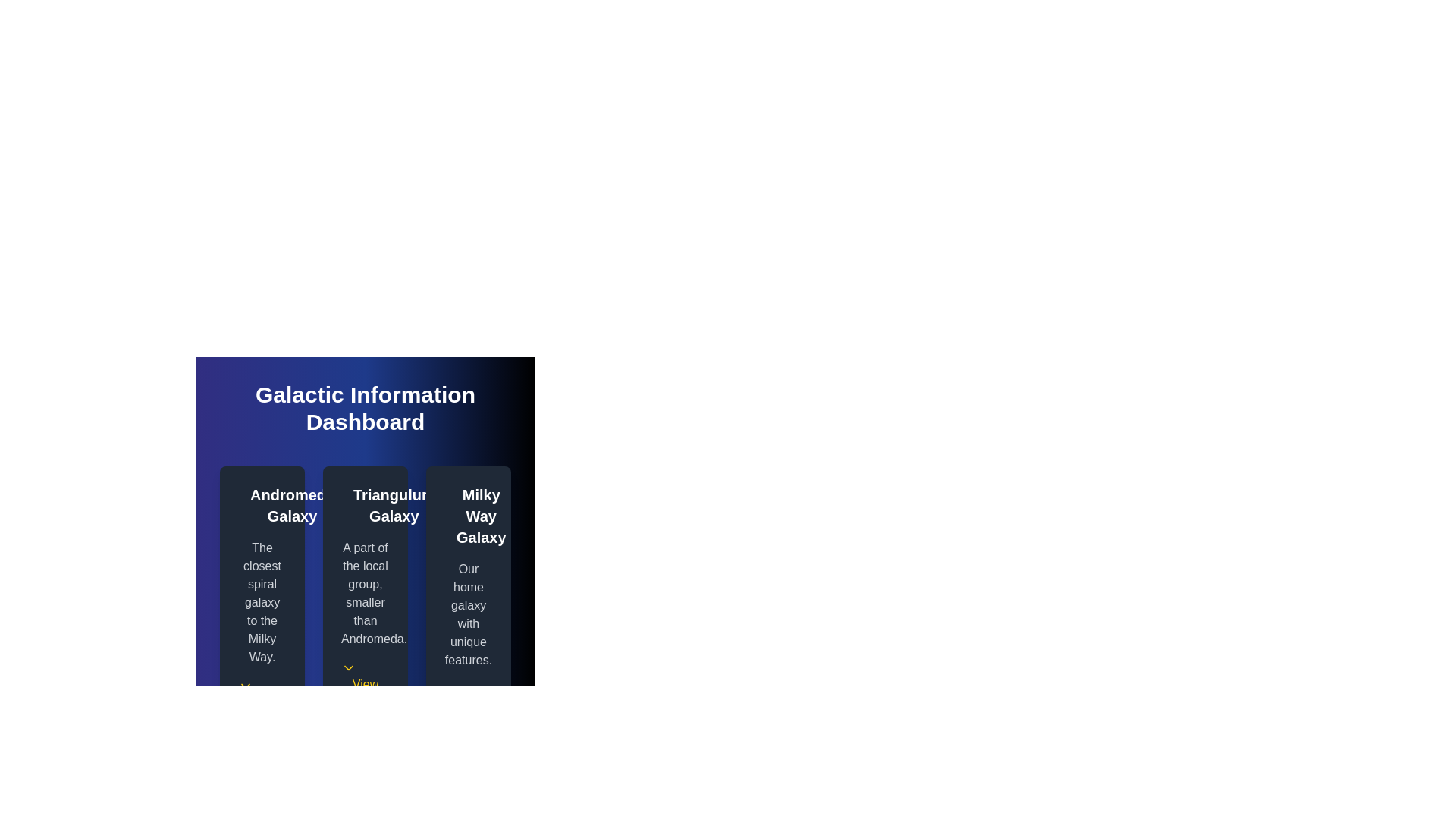 Image resolution: width=1456 pixels, height=819 pixels. Describe the element at coordinates (365, 593) in the screenshot. I see `the text label that reads 'A part of the local group, smaller than Andromeda.' located within the card below the title 'Triangulum Galaxy' and above the 'View Details' button` at that location.